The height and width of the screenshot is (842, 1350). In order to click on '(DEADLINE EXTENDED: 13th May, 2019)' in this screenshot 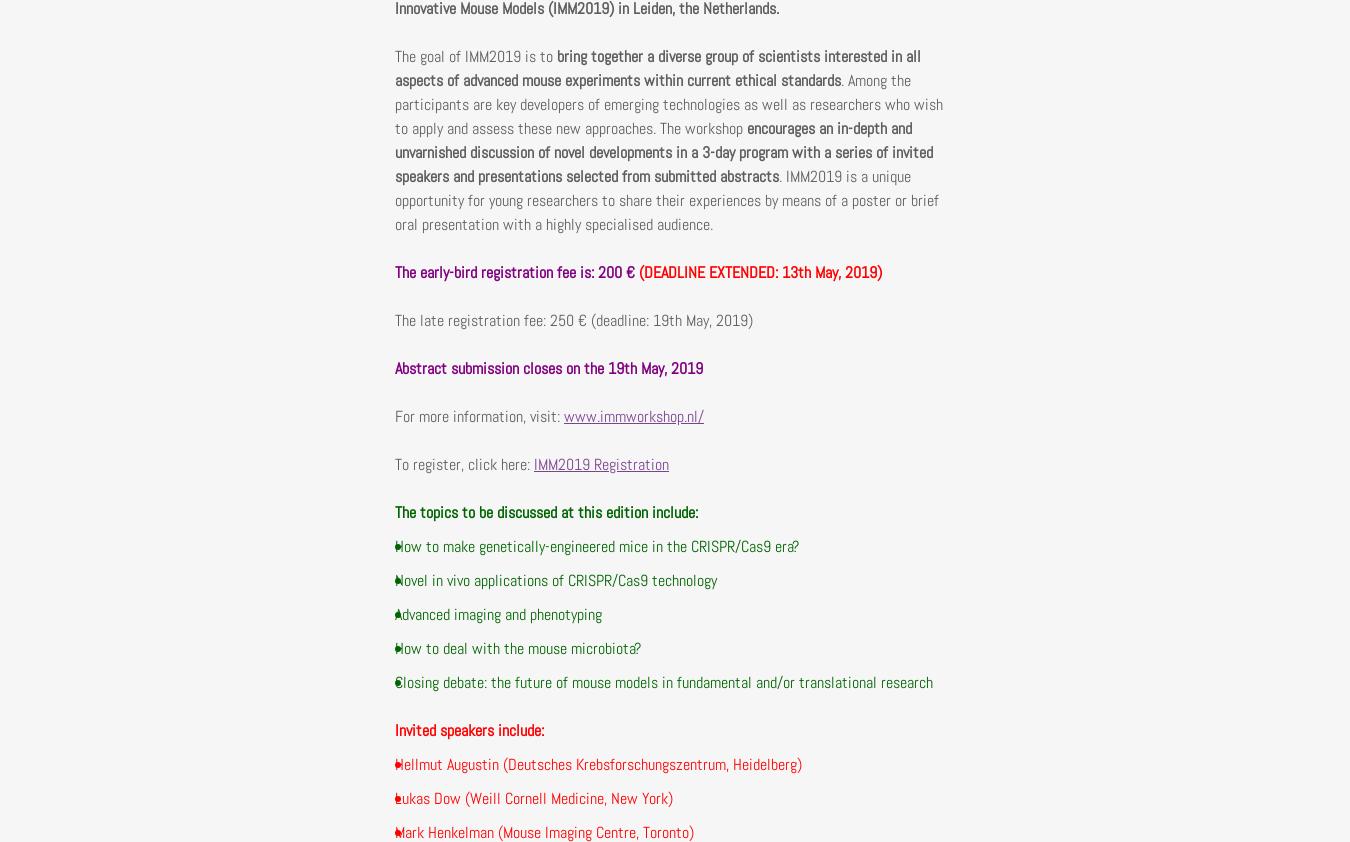, I will do `click(757, 271)`.